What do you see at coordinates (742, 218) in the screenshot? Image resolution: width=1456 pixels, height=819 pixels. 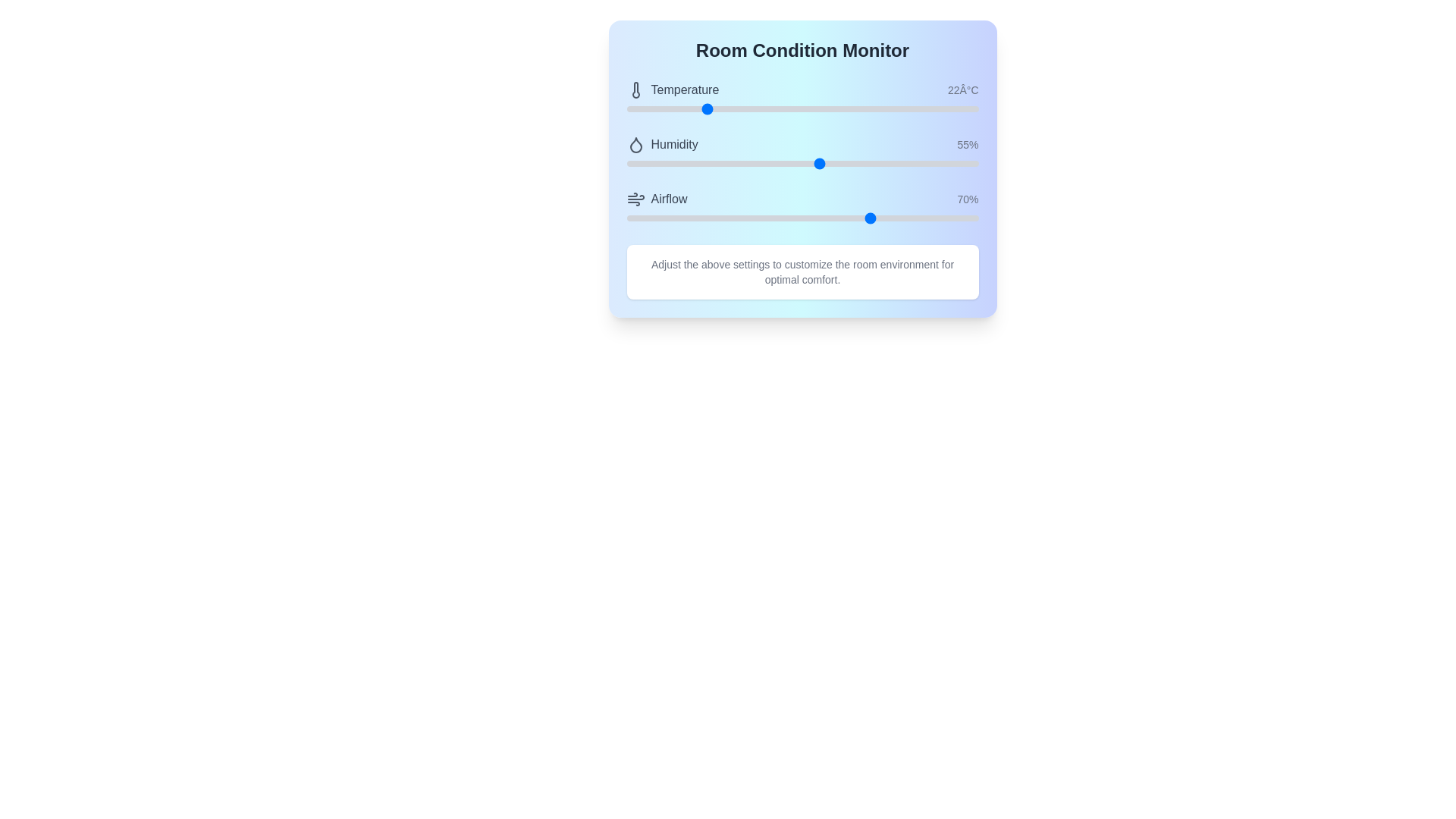 I see `airflow level` at bounding box center [742, 218].